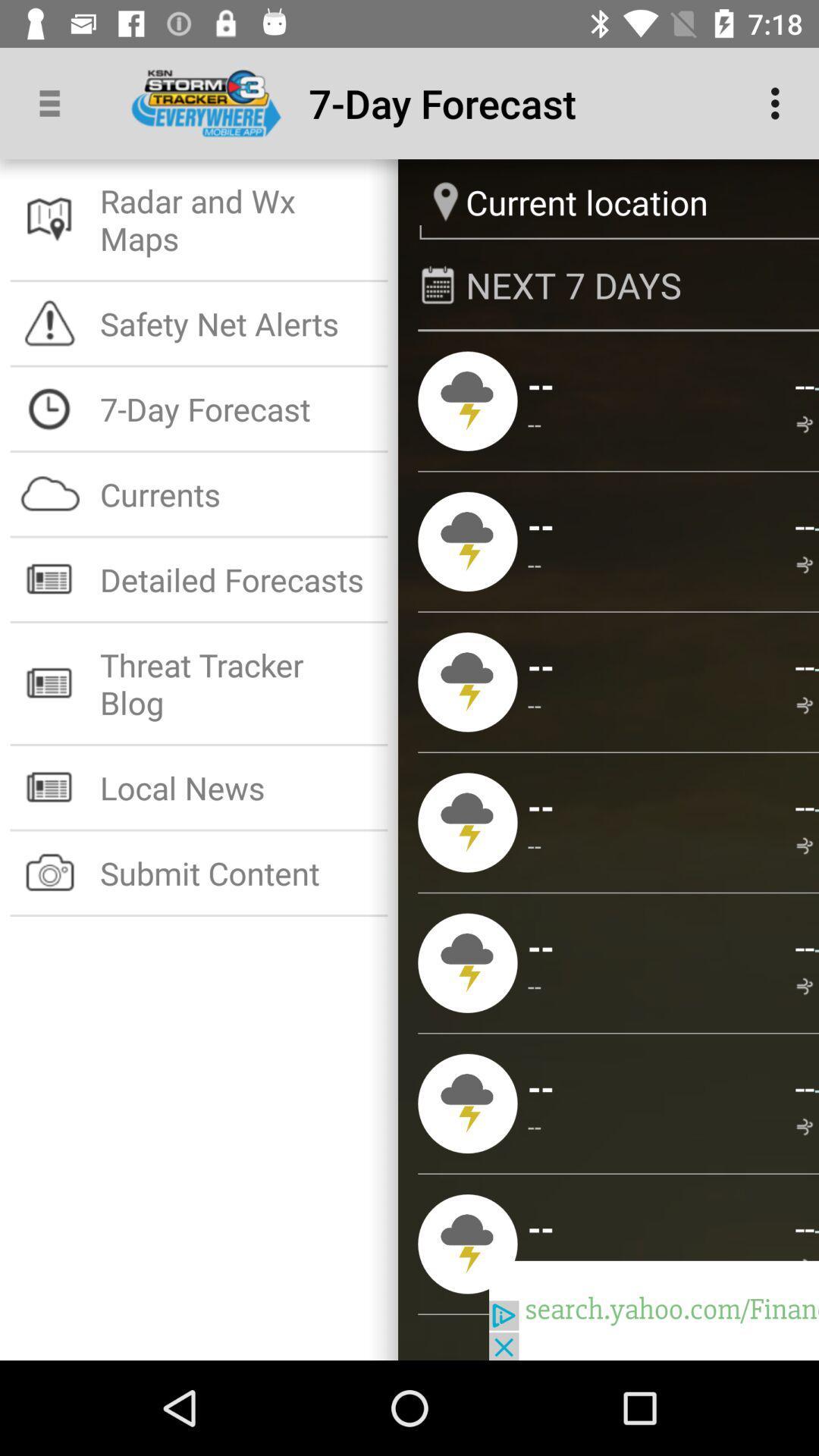 The height and width of the screenshot is (1456, 819). What do you see at coordinates (239, 322) in the screenshot?
I see `icon above 7-day forecast app` at bounding box center [239, 322].